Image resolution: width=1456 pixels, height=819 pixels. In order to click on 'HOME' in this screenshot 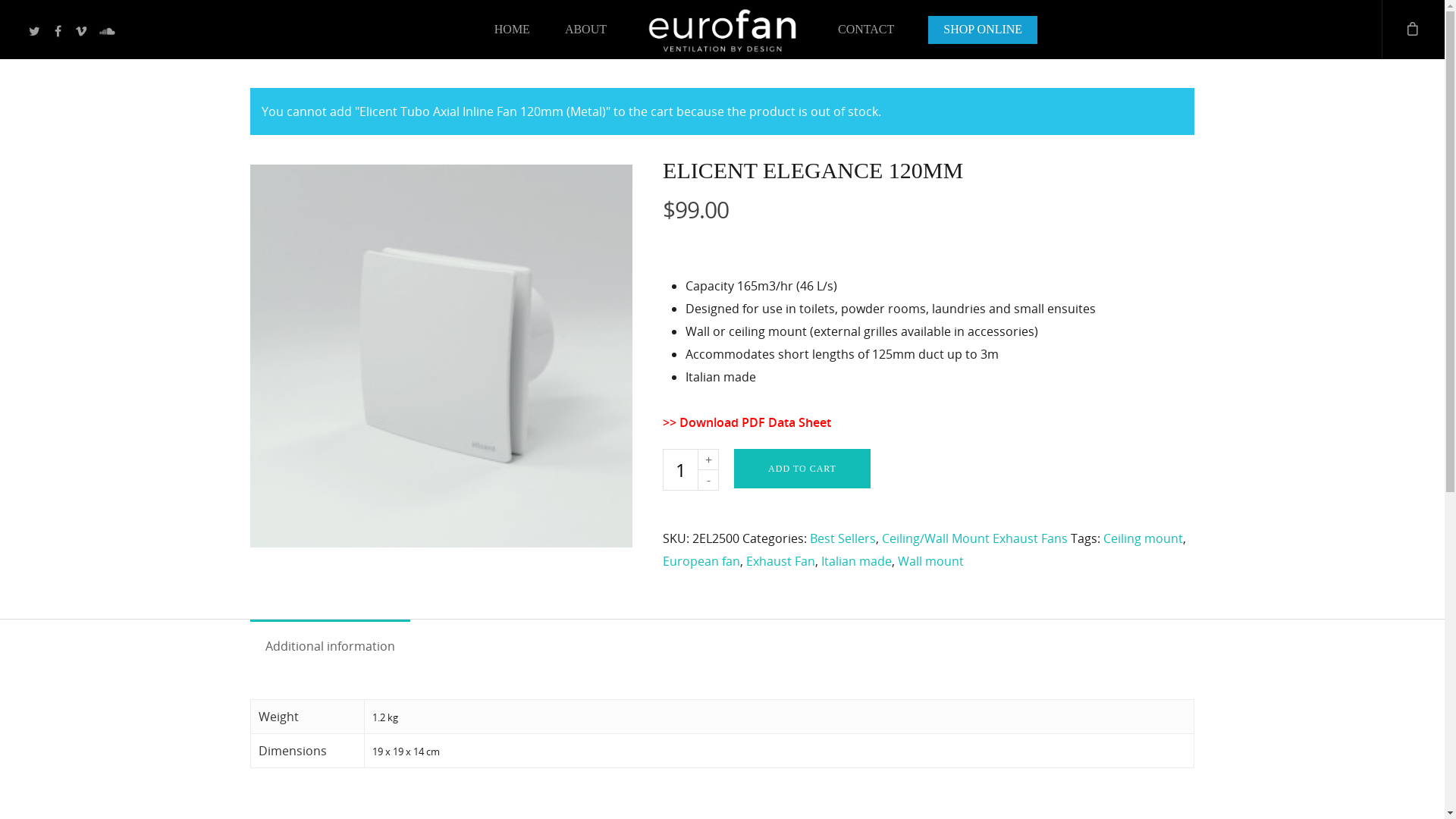, I will do `click(512, 33)`.